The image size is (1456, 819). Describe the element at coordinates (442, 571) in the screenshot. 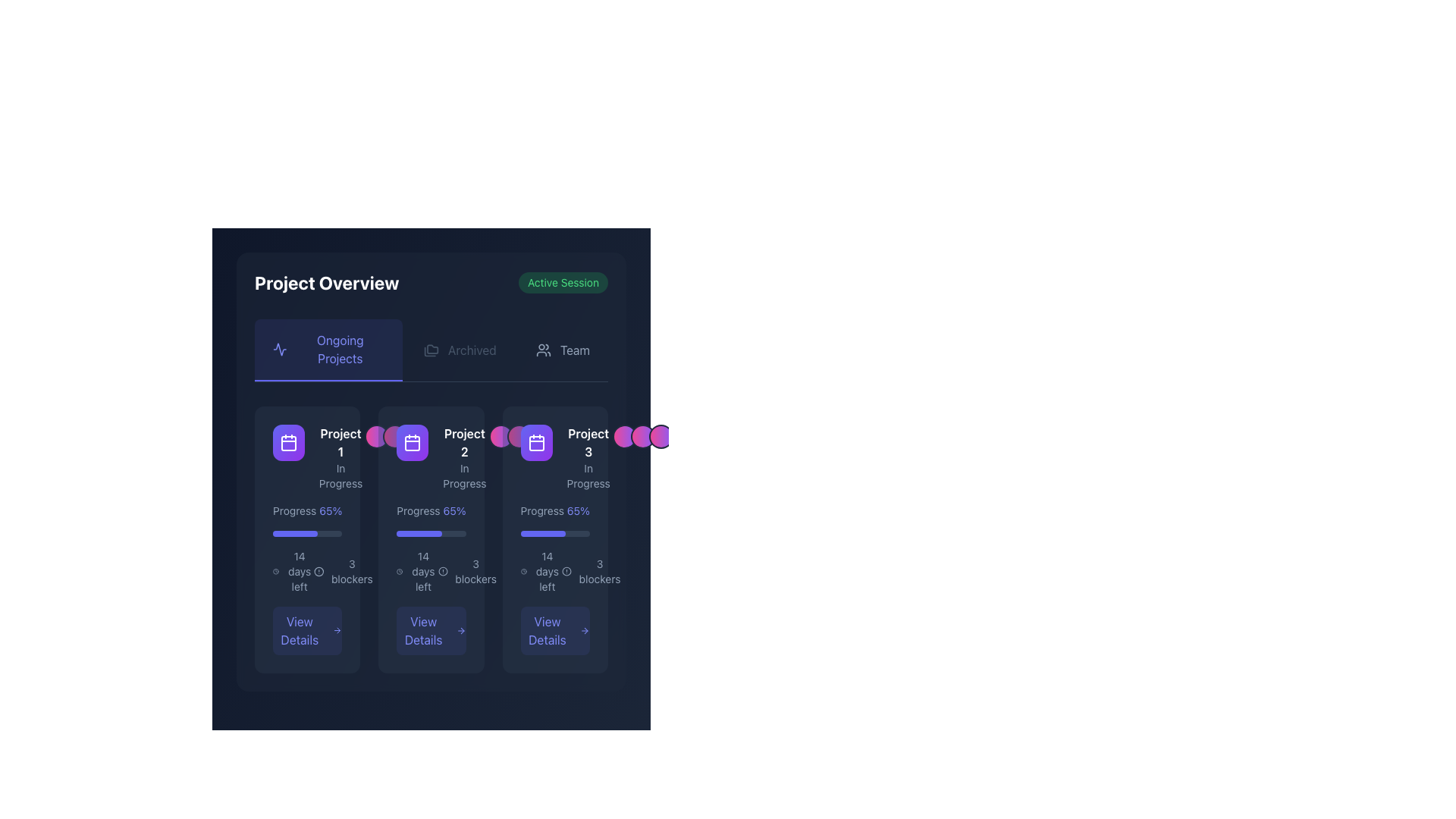

I see `the circular element of the alert or notification icon` at that location.